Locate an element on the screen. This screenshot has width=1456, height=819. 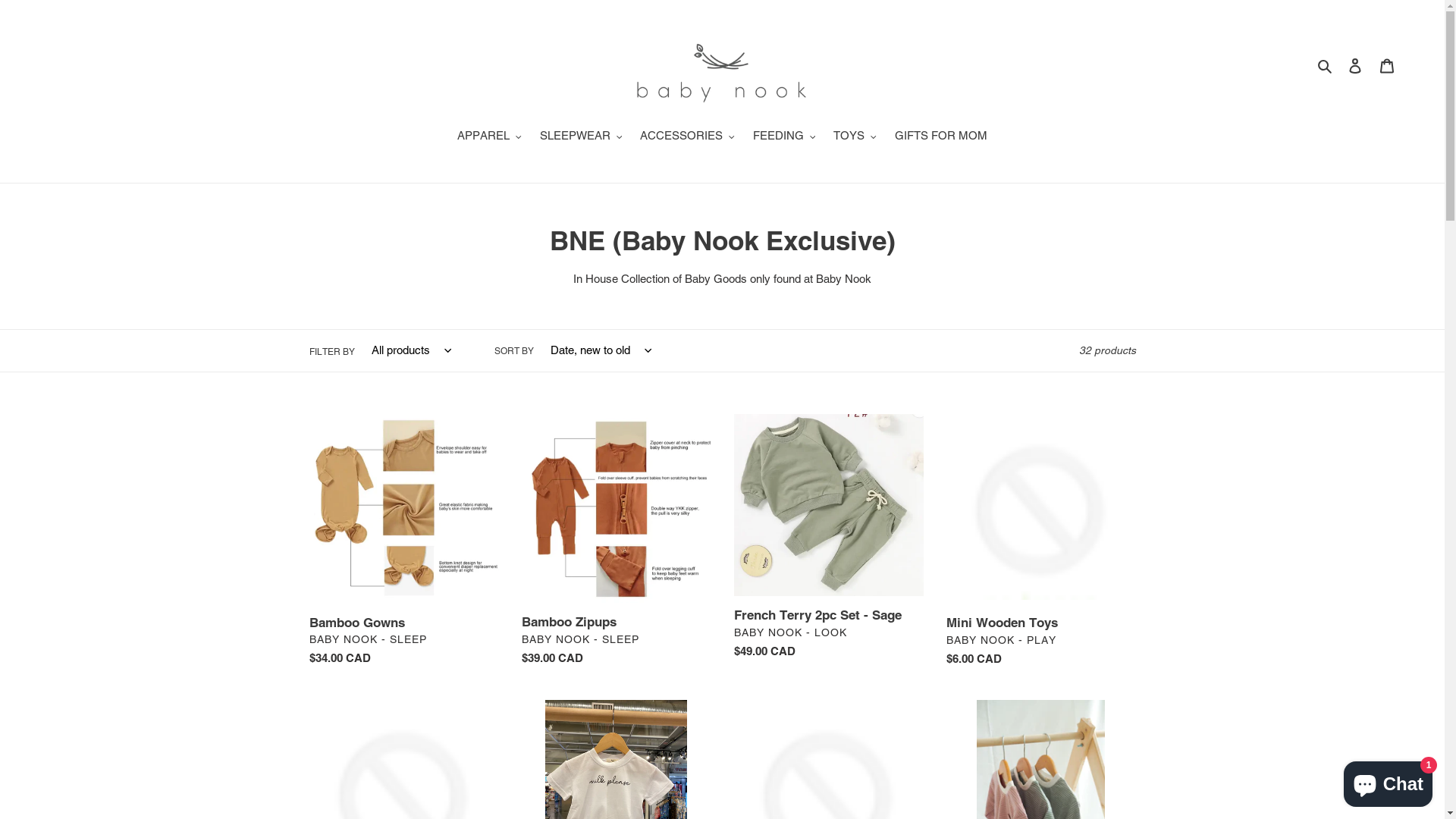
'Mini Wooden Toys' is located at coordinates (1040, 543).